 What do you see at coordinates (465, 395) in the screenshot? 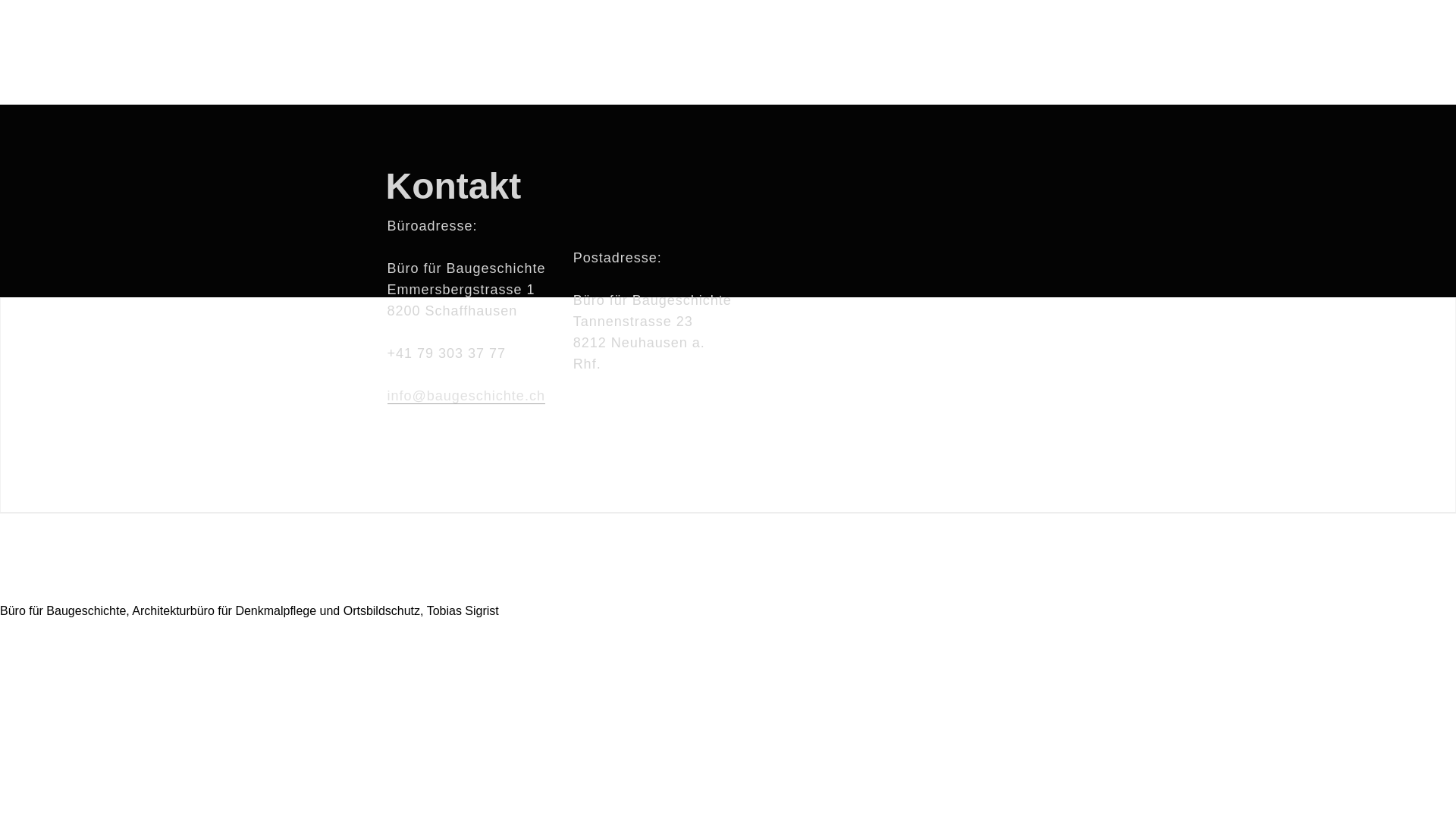
I see `'info@baugeschichte.ch'` at bounding box center [465, 395].